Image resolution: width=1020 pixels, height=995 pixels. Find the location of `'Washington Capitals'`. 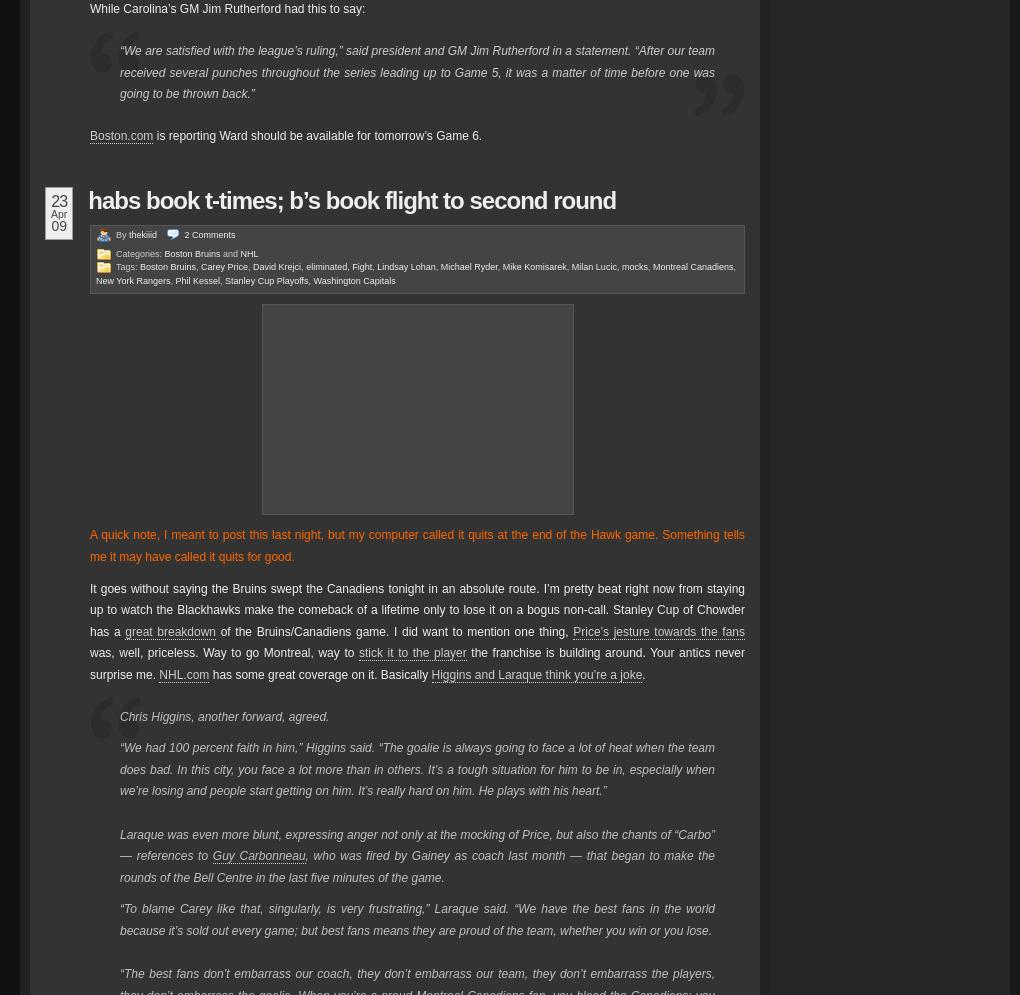

'Washington Capitals' is located at coordinates (353, 278).